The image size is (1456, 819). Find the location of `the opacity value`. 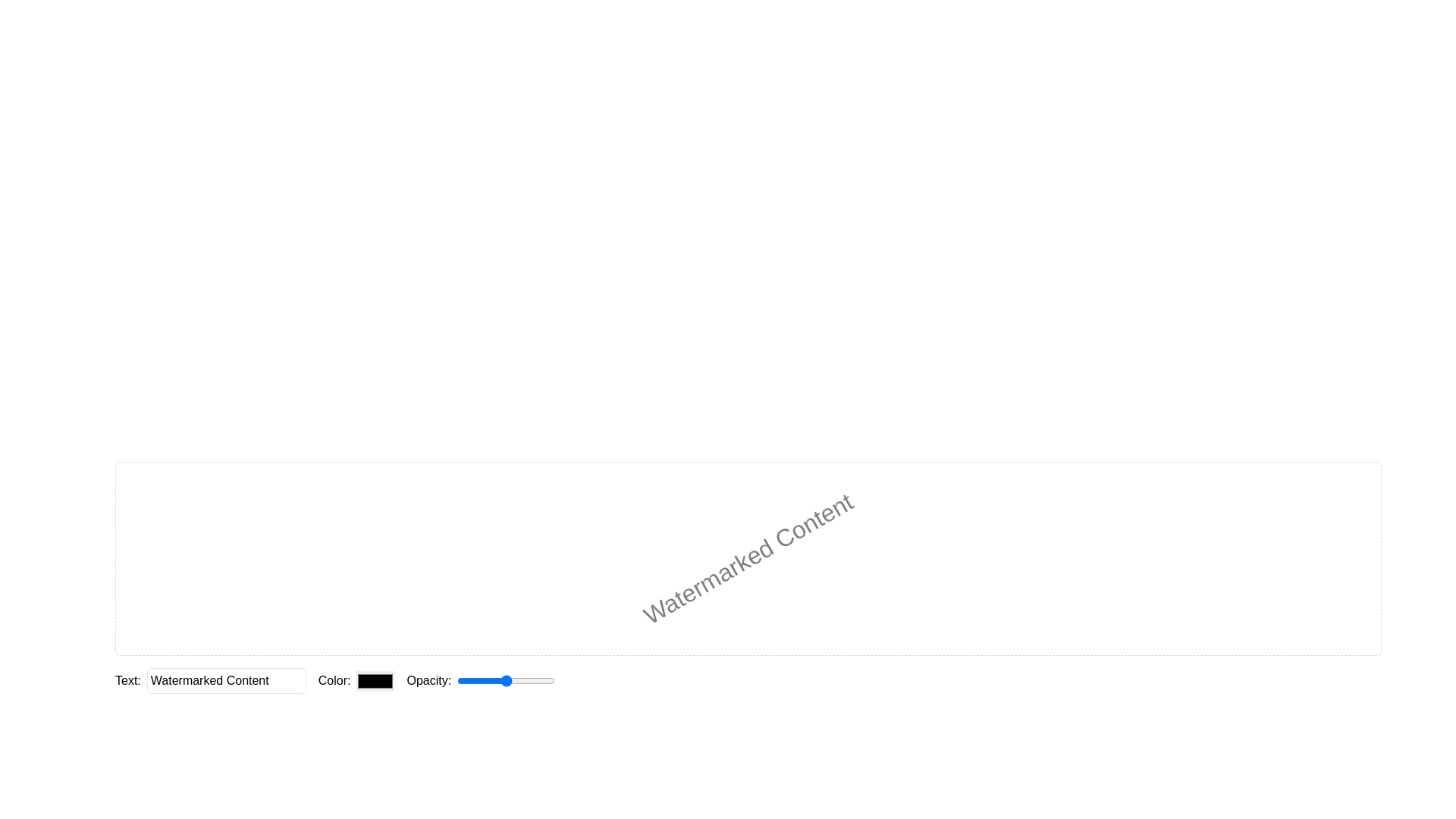

the opacity value is located at coordinates (535, 680).